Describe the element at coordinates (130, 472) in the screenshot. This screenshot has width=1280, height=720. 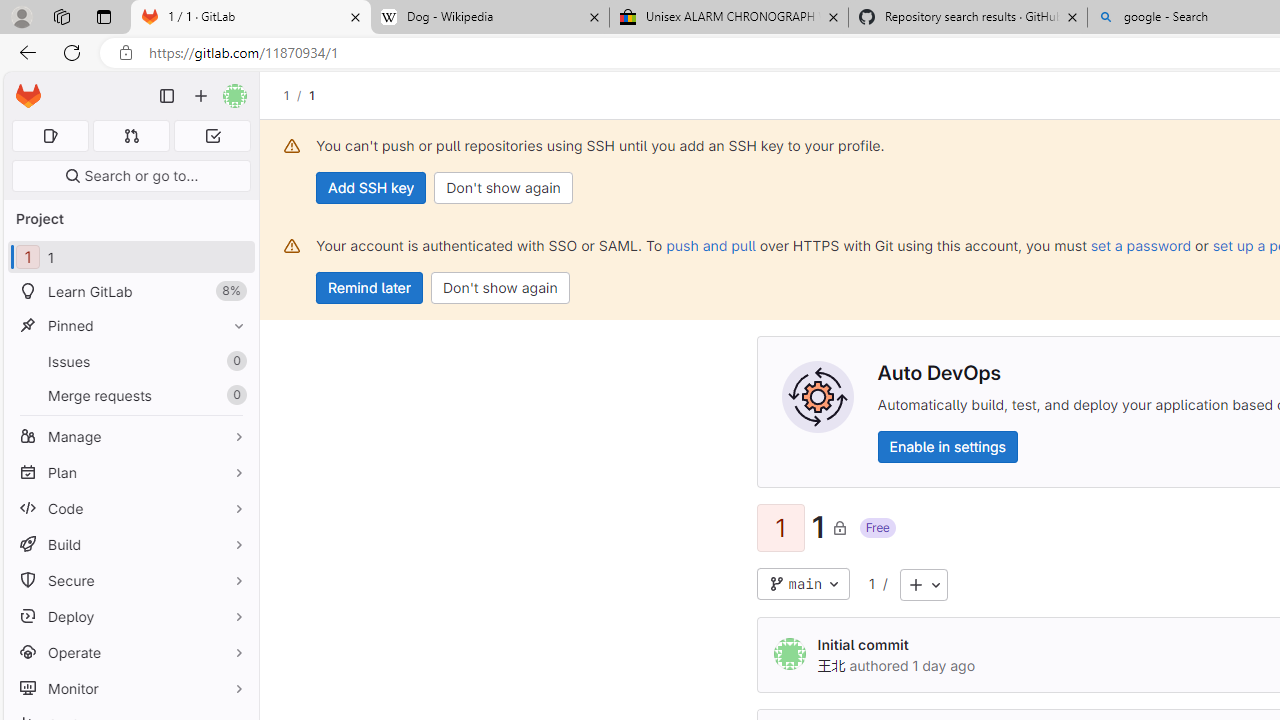
I see `'Plan'` at that location.